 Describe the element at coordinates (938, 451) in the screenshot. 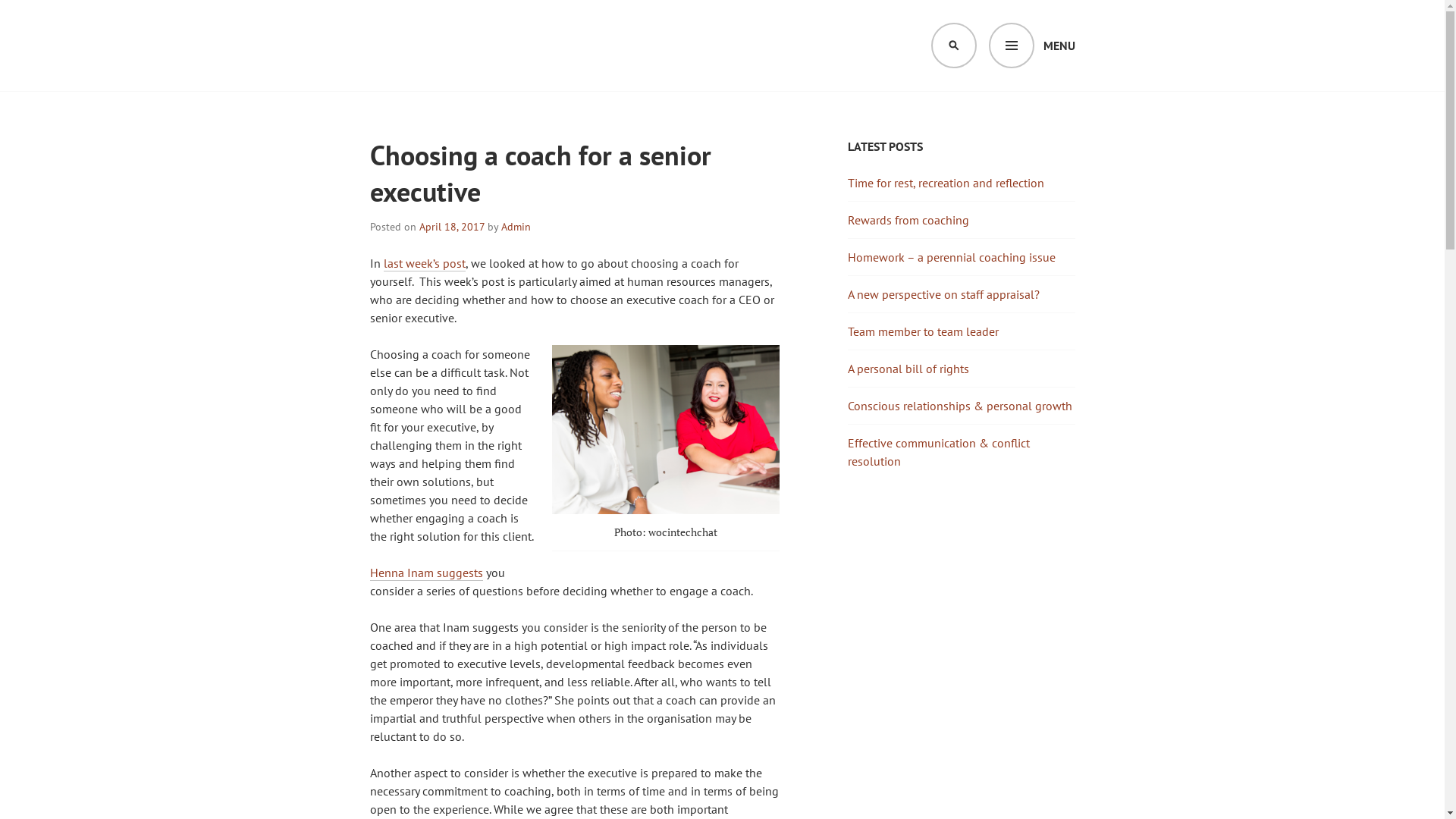

I see `'Effective communication & conflict resolution'` at that location.